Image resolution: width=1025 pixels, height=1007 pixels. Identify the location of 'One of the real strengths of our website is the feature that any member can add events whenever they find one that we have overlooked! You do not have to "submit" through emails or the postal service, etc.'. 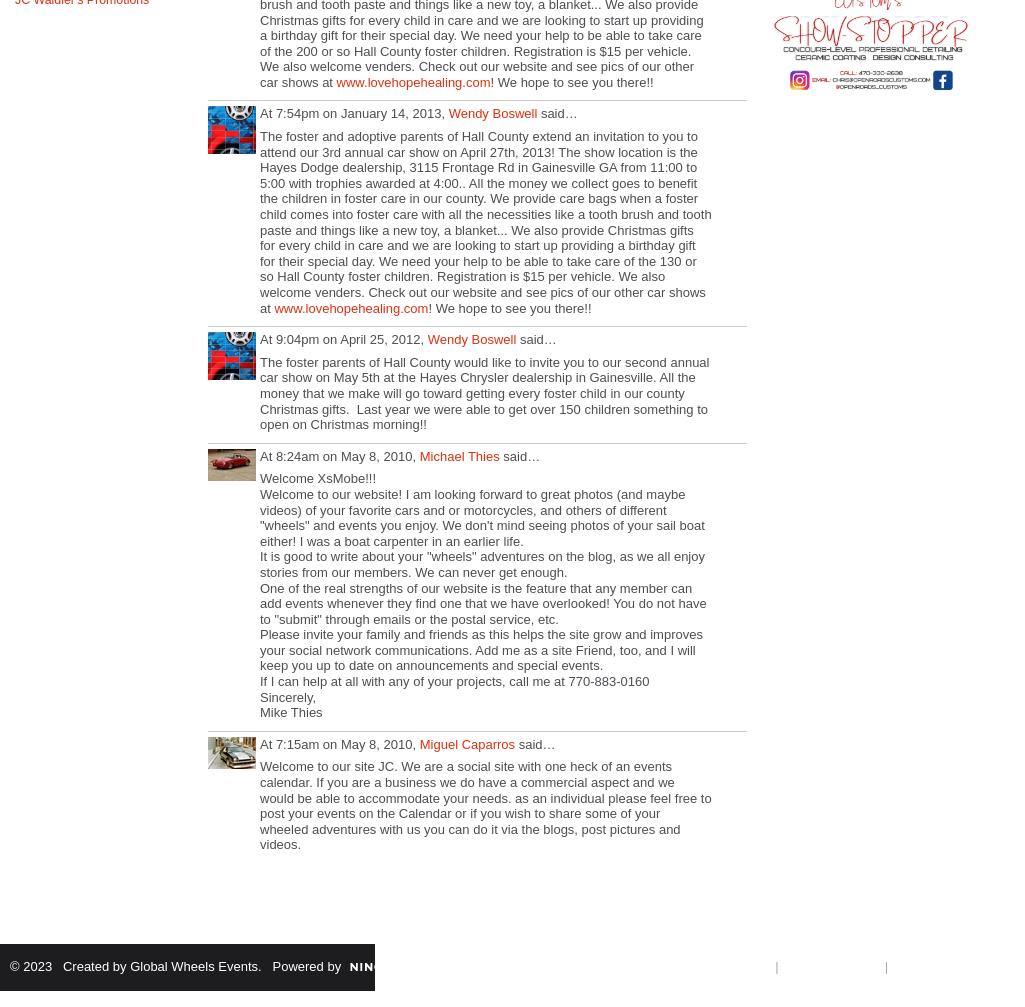
(482, 601).